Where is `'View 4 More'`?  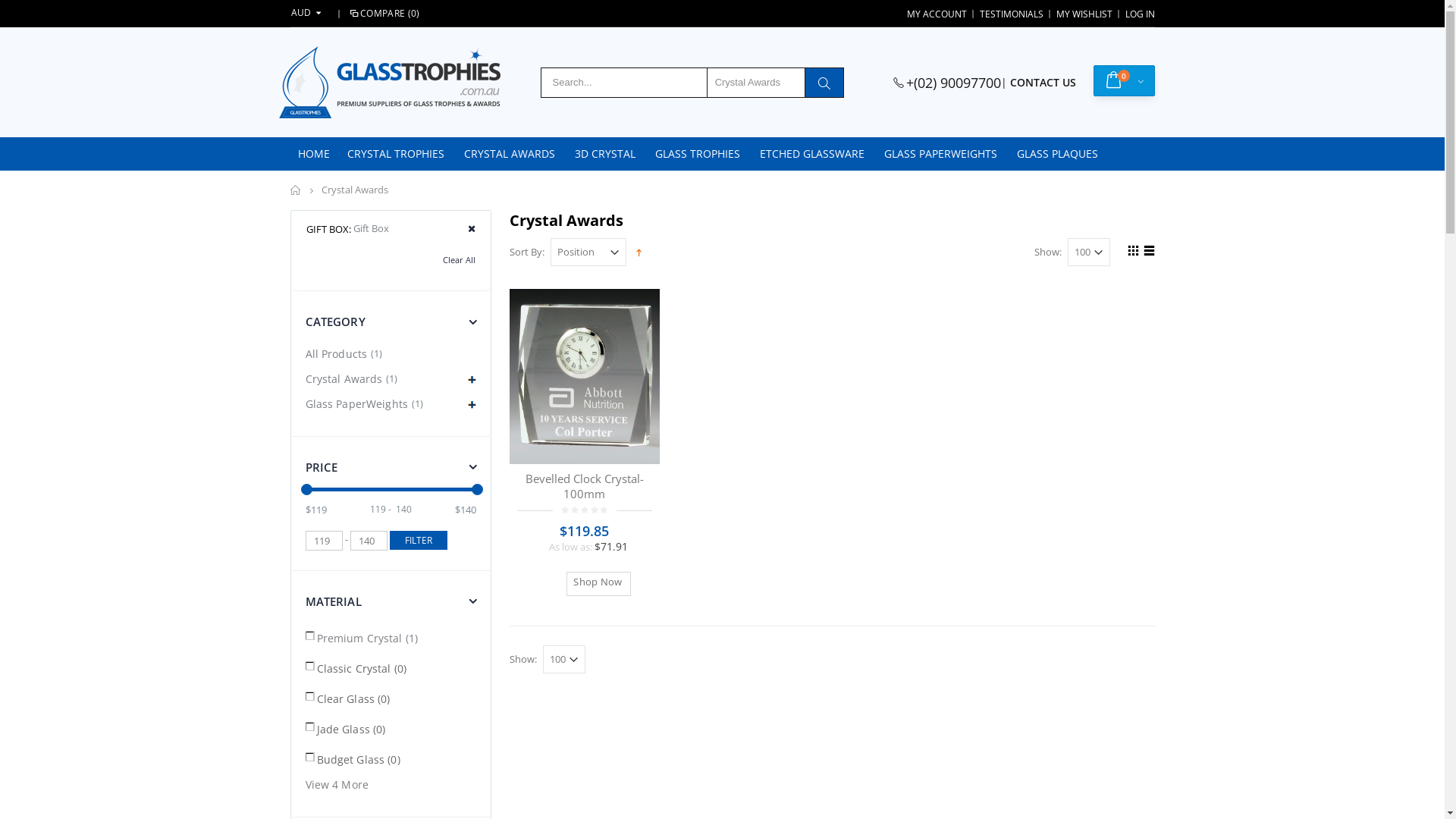
'View 4 More' is located at coordinates (337, 784).